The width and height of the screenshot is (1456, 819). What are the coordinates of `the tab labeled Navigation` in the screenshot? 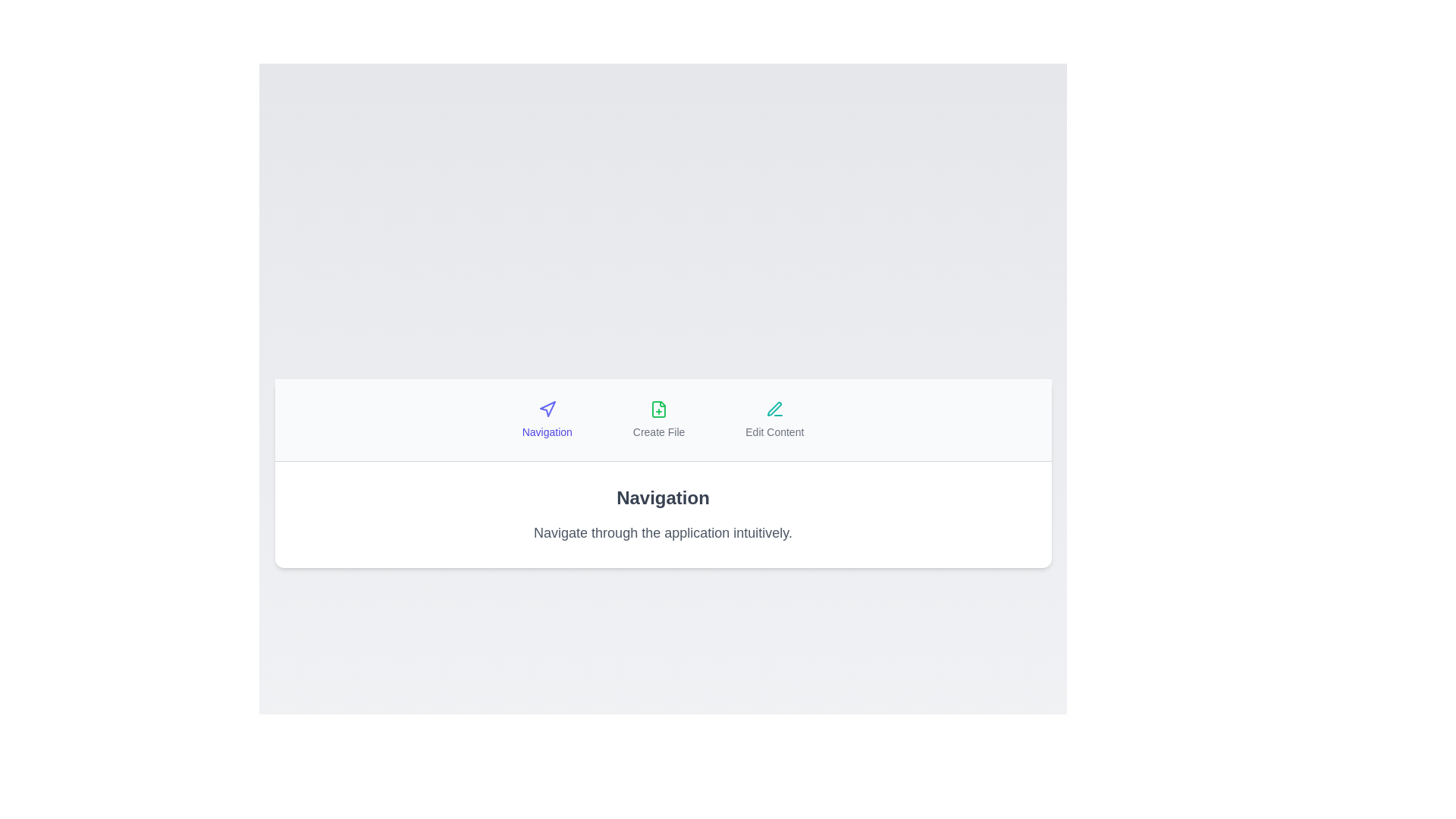 It's located at (546, 419).